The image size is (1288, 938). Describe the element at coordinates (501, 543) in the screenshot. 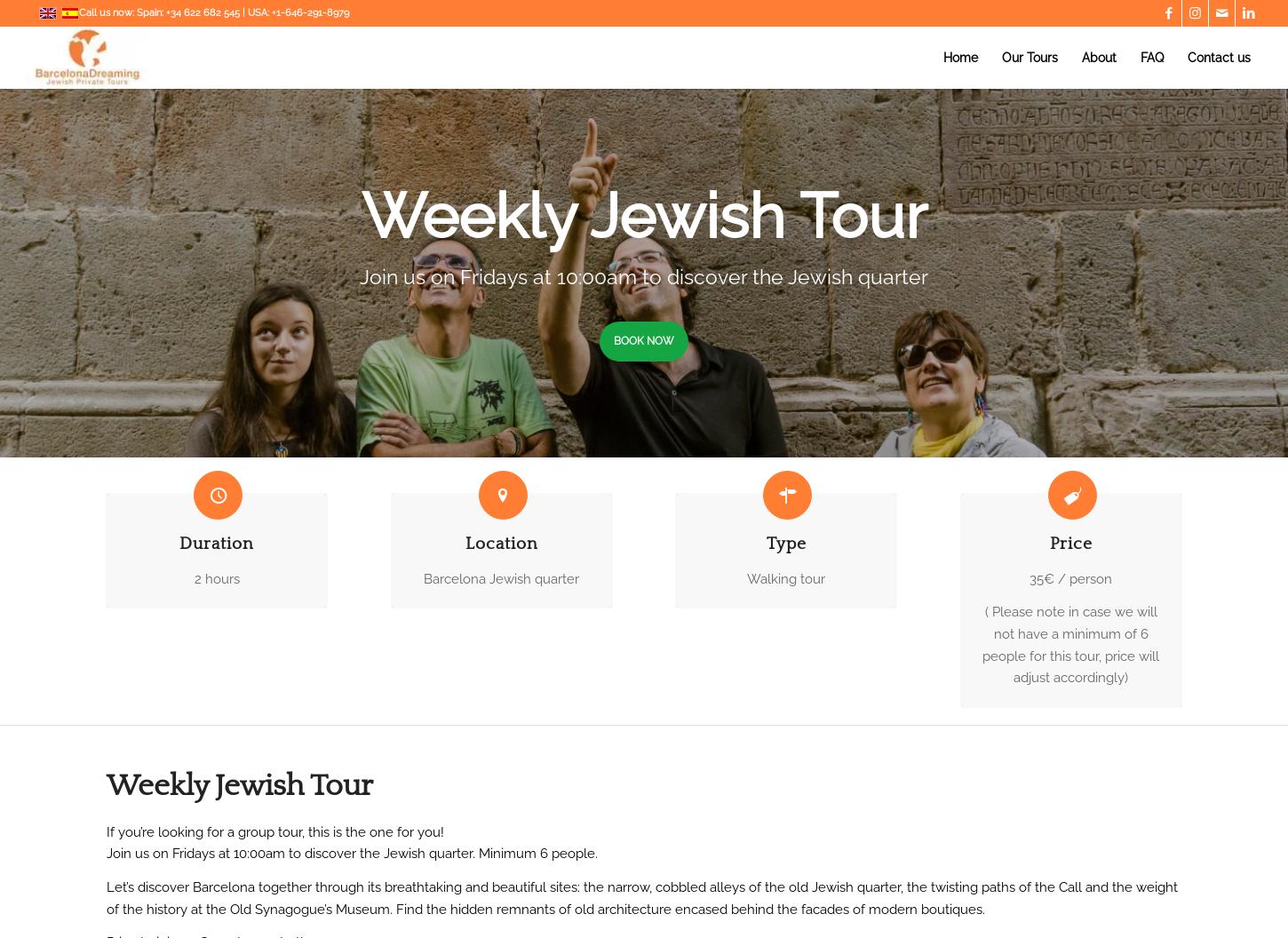

I see `'Location'` at that location.